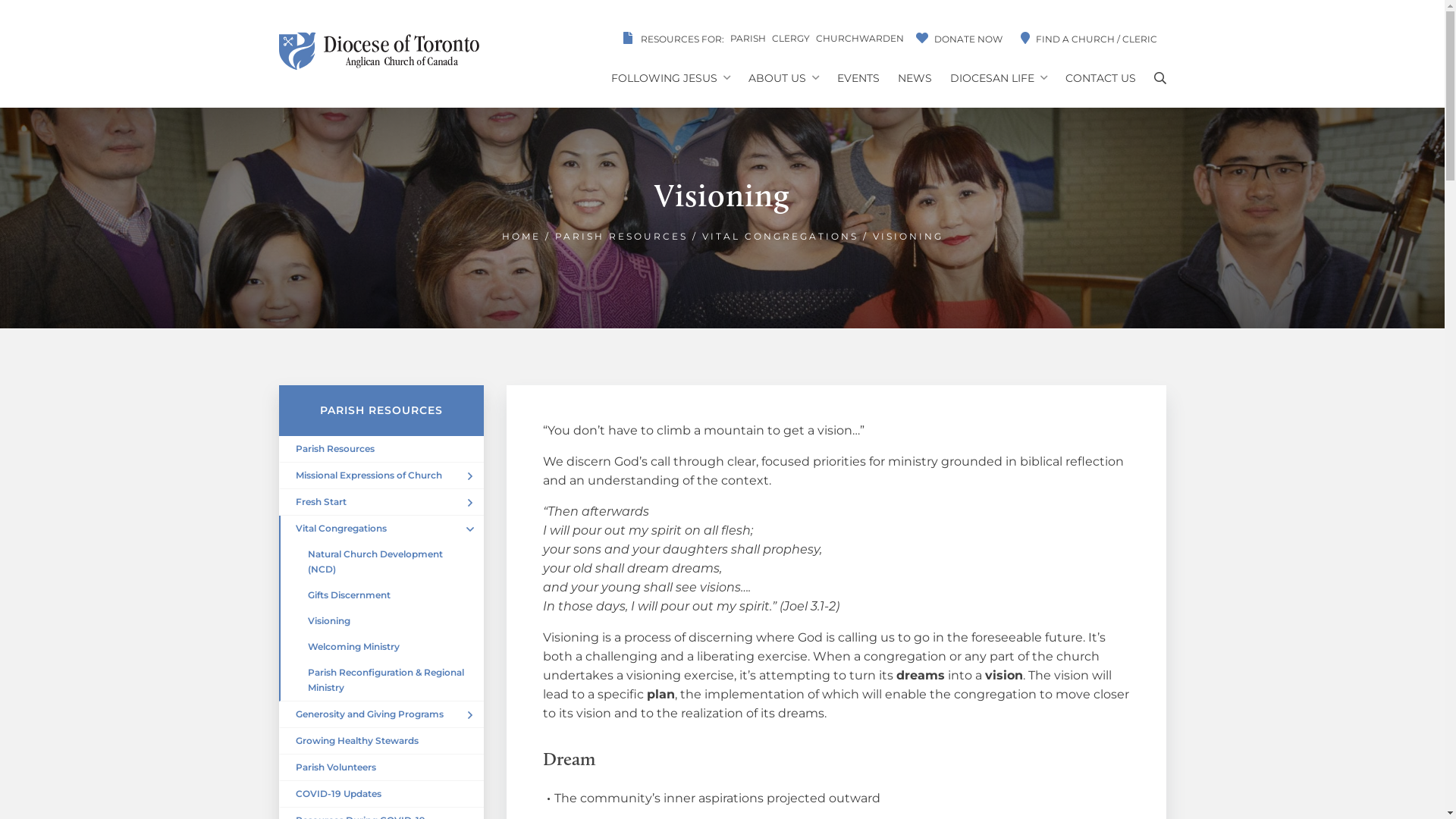  I want to click on 'PARISH', so click(747, 37).